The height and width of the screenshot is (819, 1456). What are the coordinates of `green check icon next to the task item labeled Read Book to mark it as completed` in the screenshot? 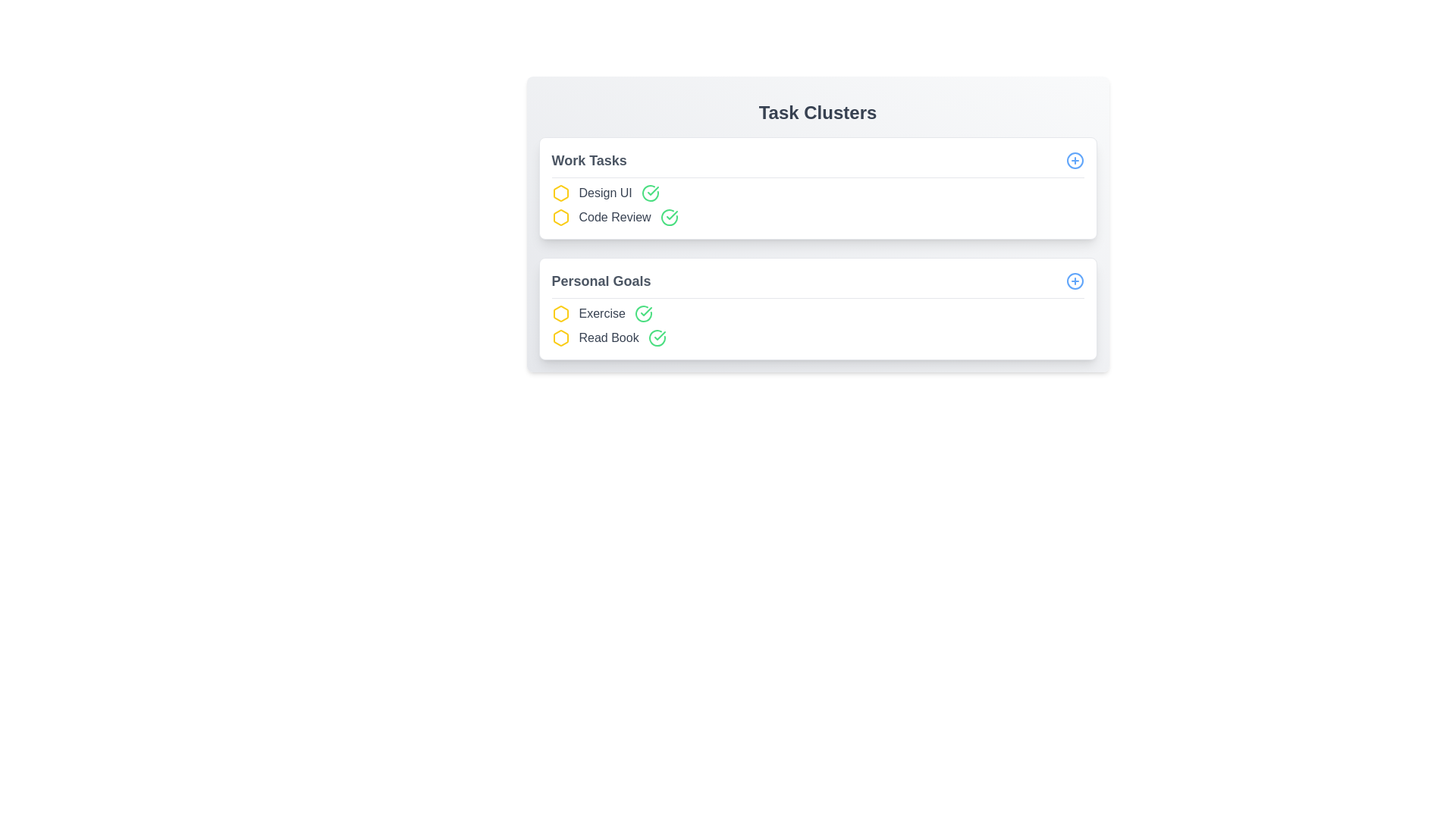 It's located at (657, 337).